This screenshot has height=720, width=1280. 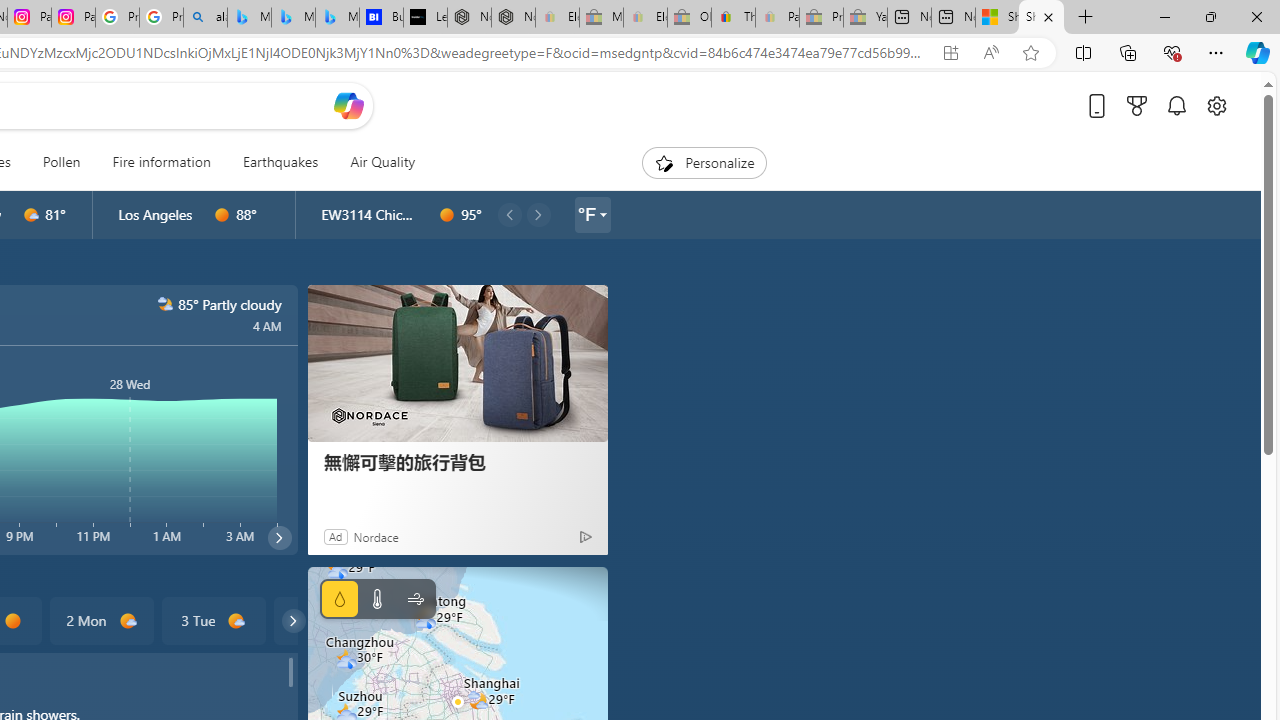 I want to click on 'Yard, Garden & Outdoor Living - Sleeping', so click(x=865, y=17).